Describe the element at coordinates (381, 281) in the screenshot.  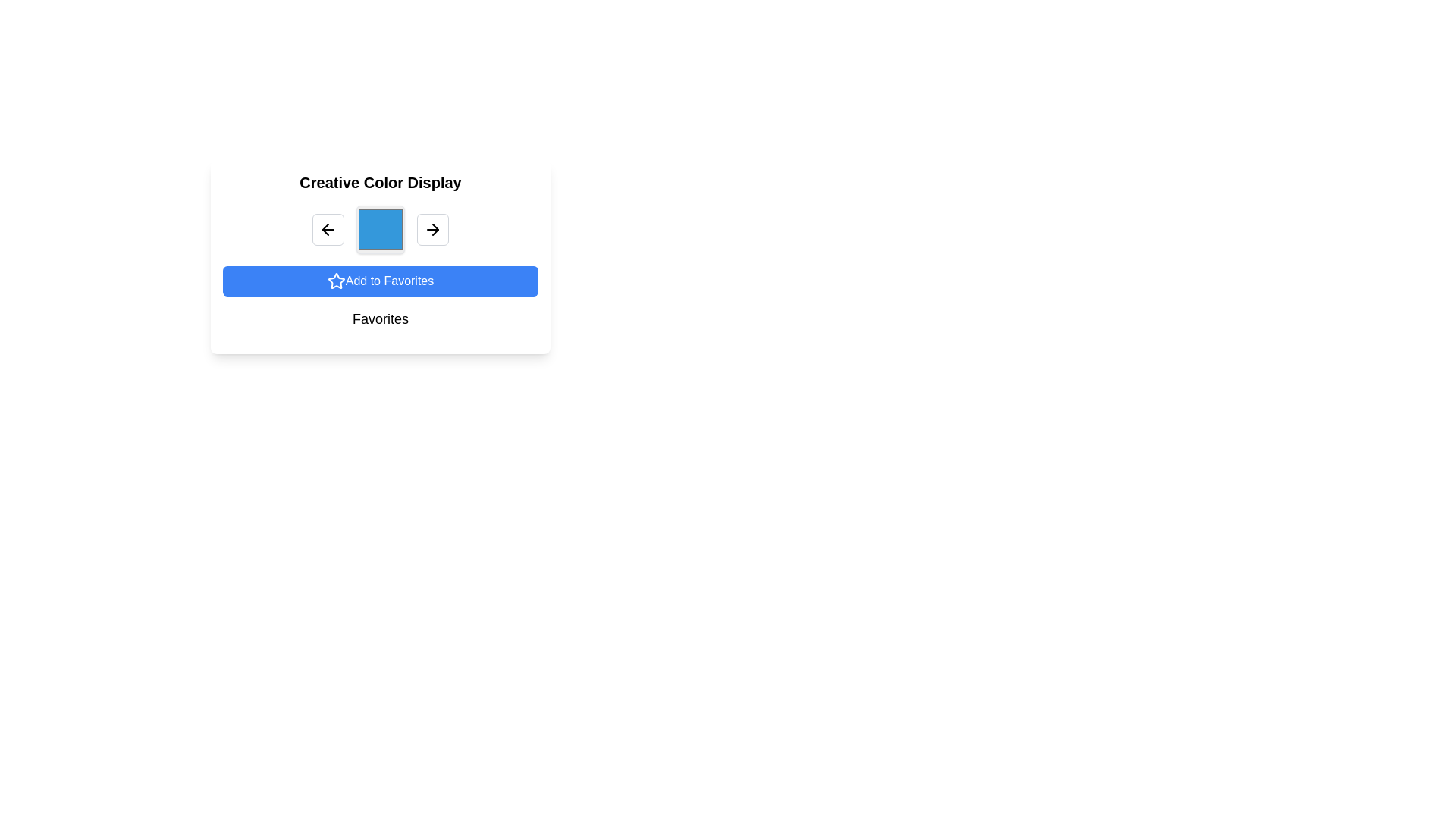
I see `the blue rectangular button with a white star icon and the text 'Add to Favorites'` at that location.